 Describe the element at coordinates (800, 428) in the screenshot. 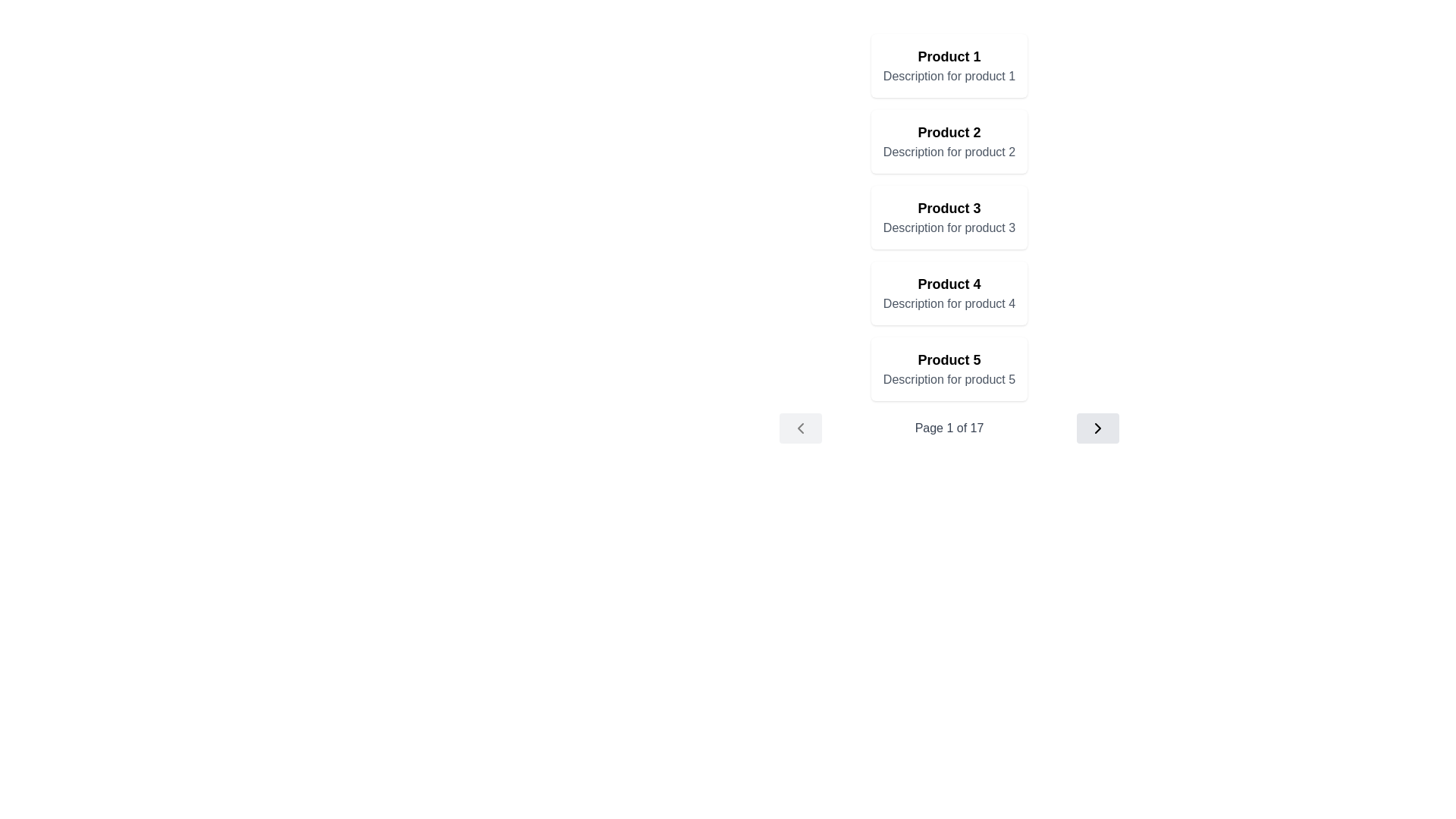

I see `the small triangular icon pointing leftwards, which serves as a backward navigation symbol` at that location.